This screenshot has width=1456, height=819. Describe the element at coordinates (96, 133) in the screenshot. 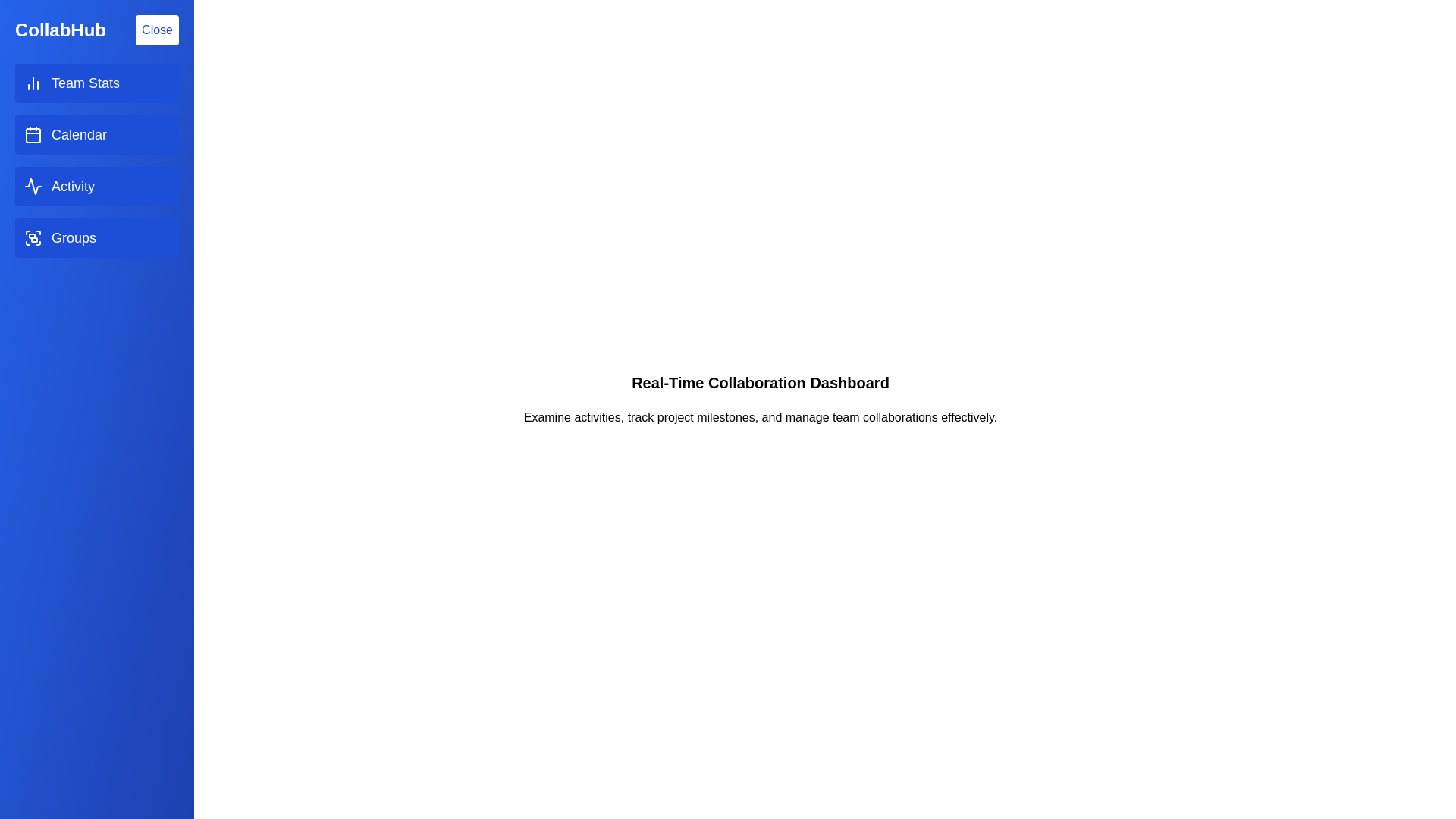

I see `the menu item Calendar to observe visual feedback` at that location.